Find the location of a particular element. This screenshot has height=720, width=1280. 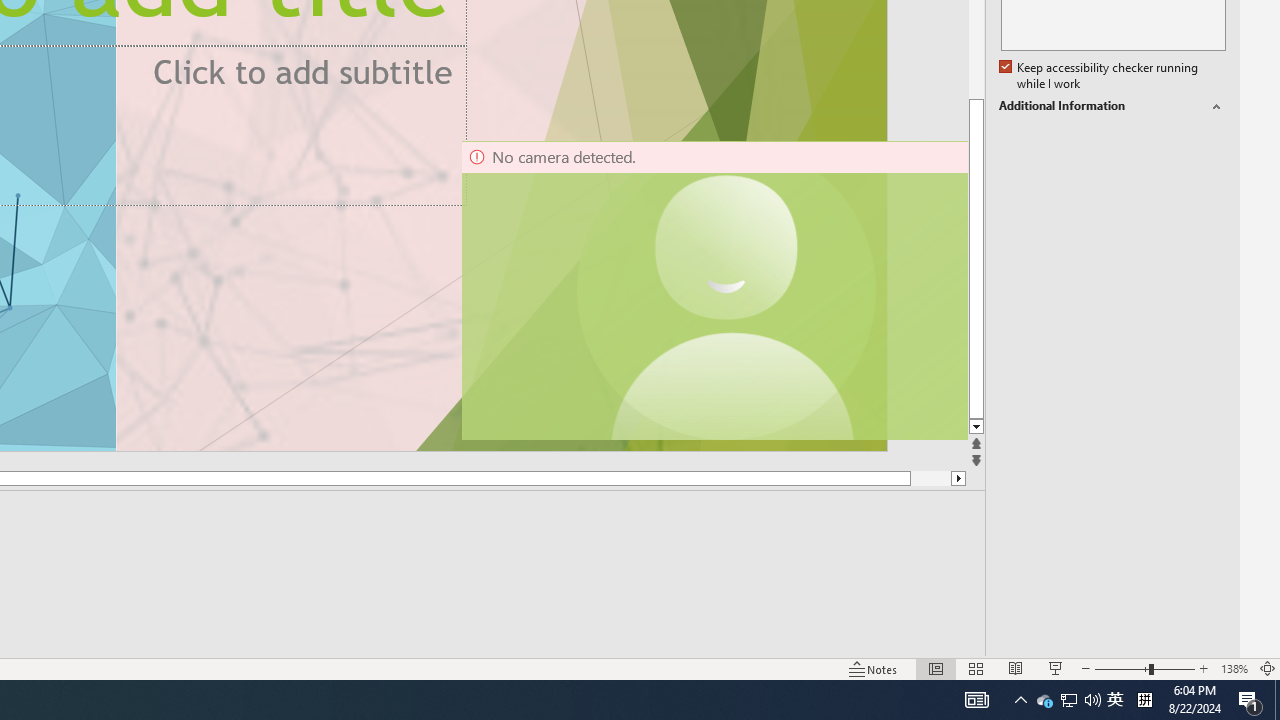

'Action Center, 1 new notification' is located at coordinates (1250, 698).